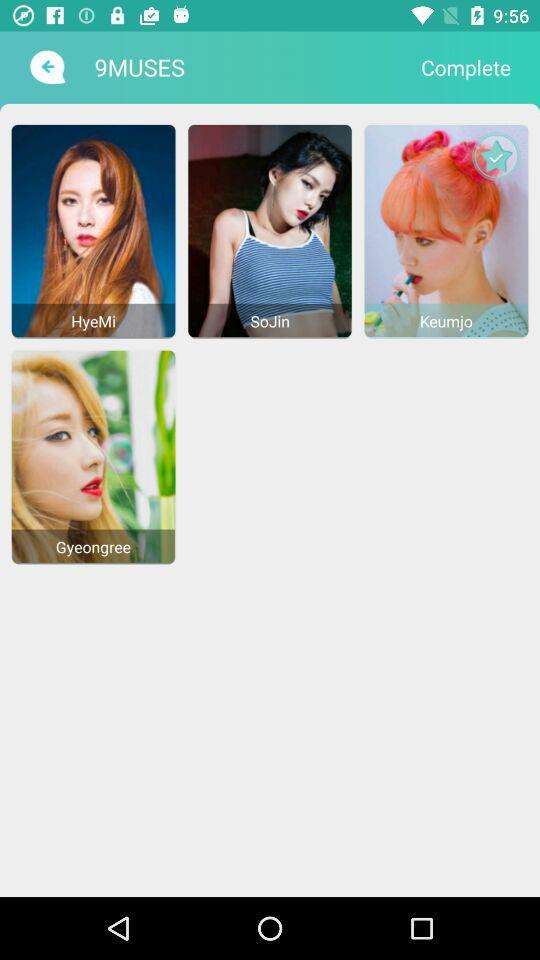  Describe the element at coordinates (466, 67) in the screenshot. I see `the icon to the right of the 9muses` at that location.